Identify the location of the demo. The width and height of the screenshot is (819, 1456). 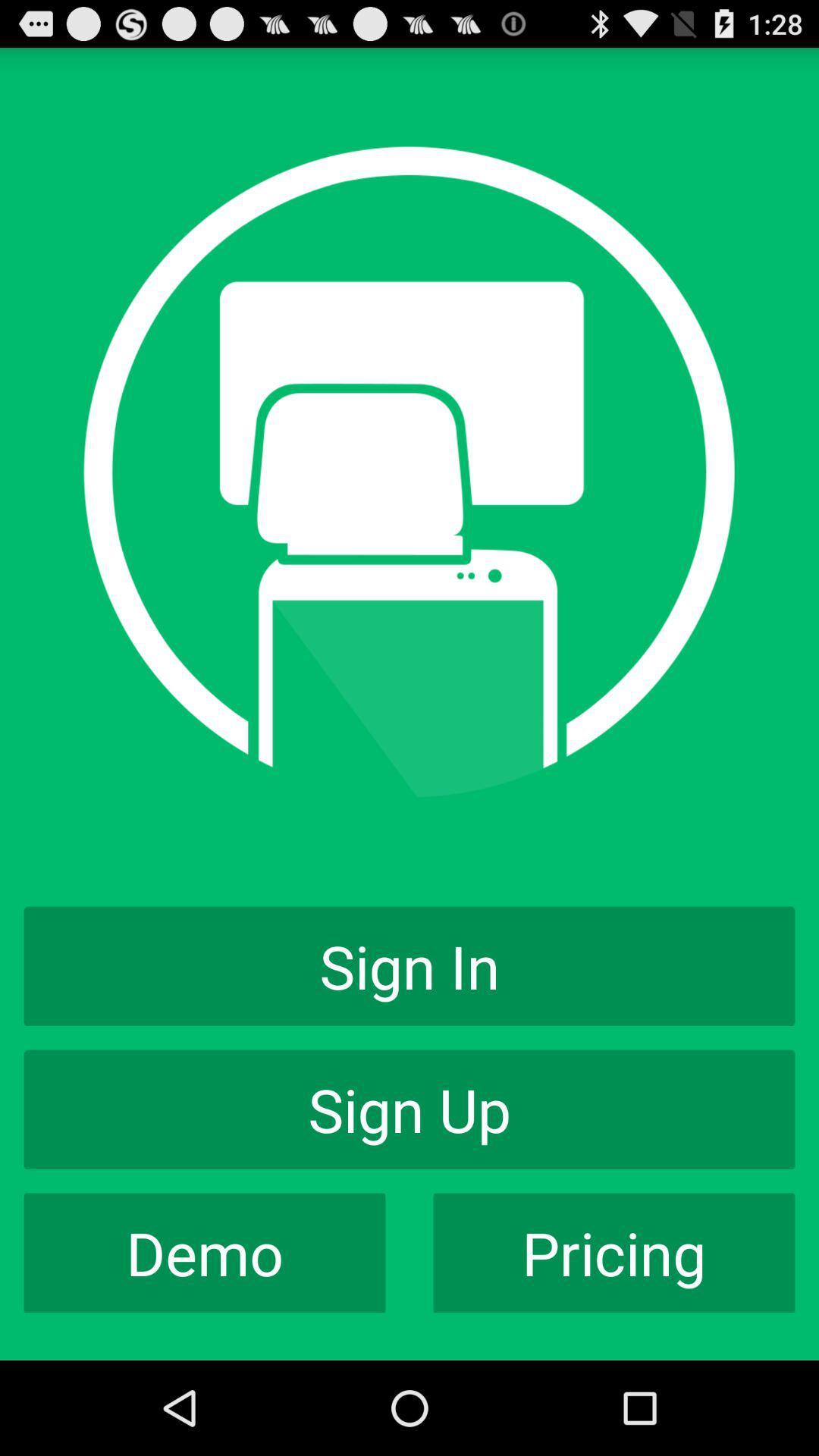
(205, 1253).